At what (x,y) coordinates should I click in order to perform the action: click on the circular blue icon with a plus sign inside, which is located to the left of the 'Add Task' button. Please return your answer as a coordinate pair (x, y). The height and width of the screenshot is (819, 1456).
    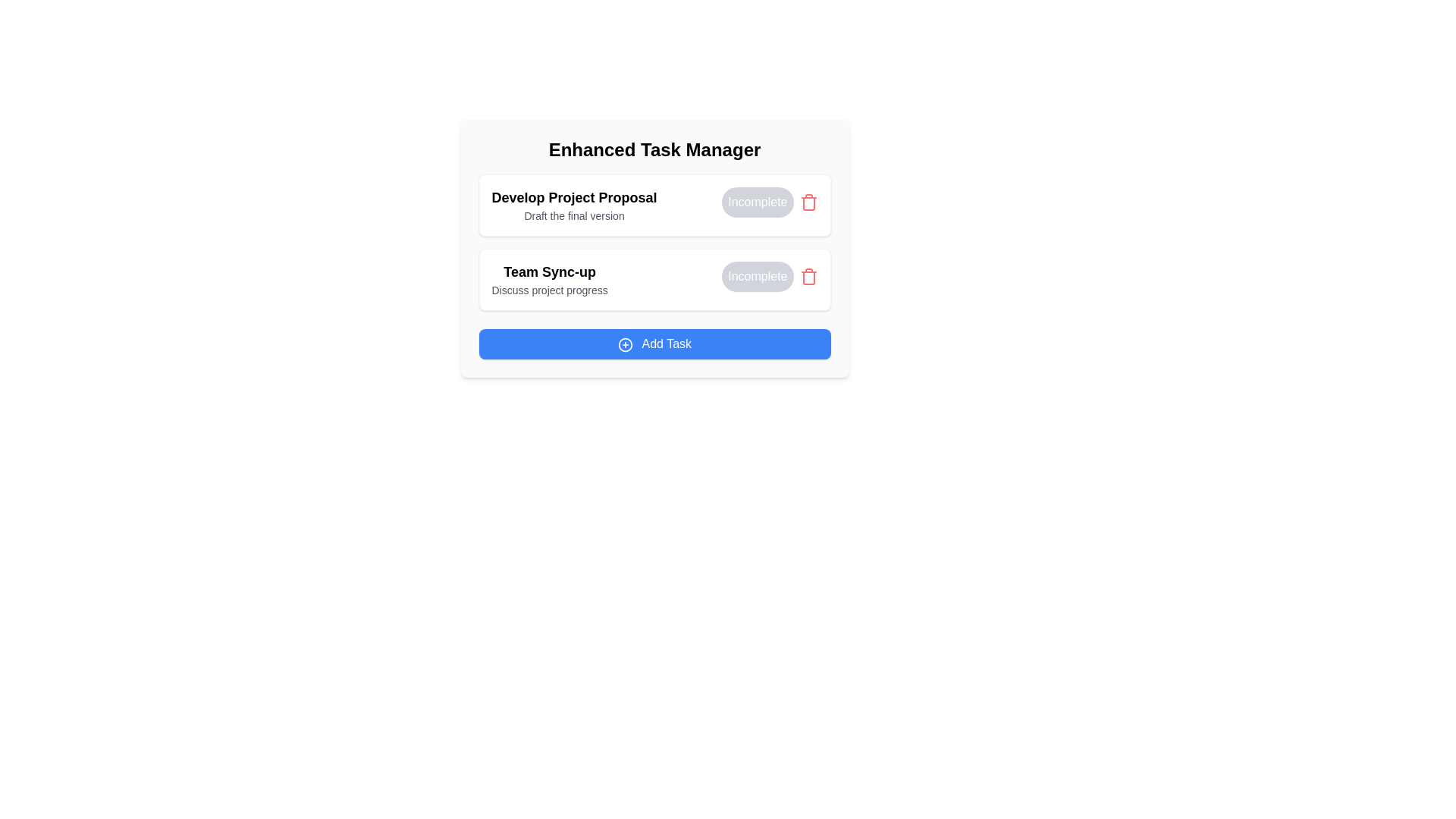
    Looking at the image, I should click on (626, 344).